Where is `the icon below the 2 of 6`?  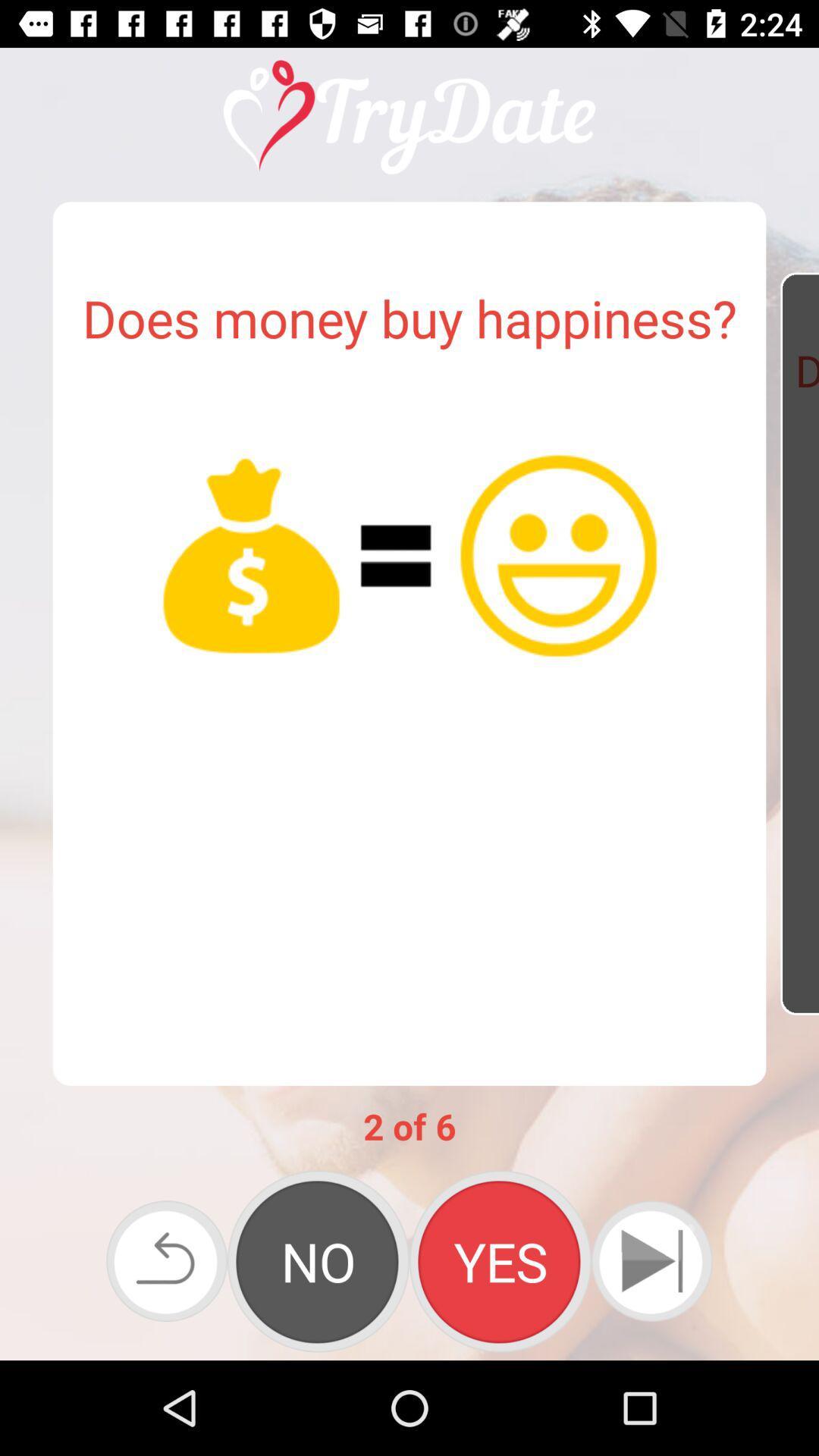 the icon below the 2 of 6 is located at coordinates (167, 1261).